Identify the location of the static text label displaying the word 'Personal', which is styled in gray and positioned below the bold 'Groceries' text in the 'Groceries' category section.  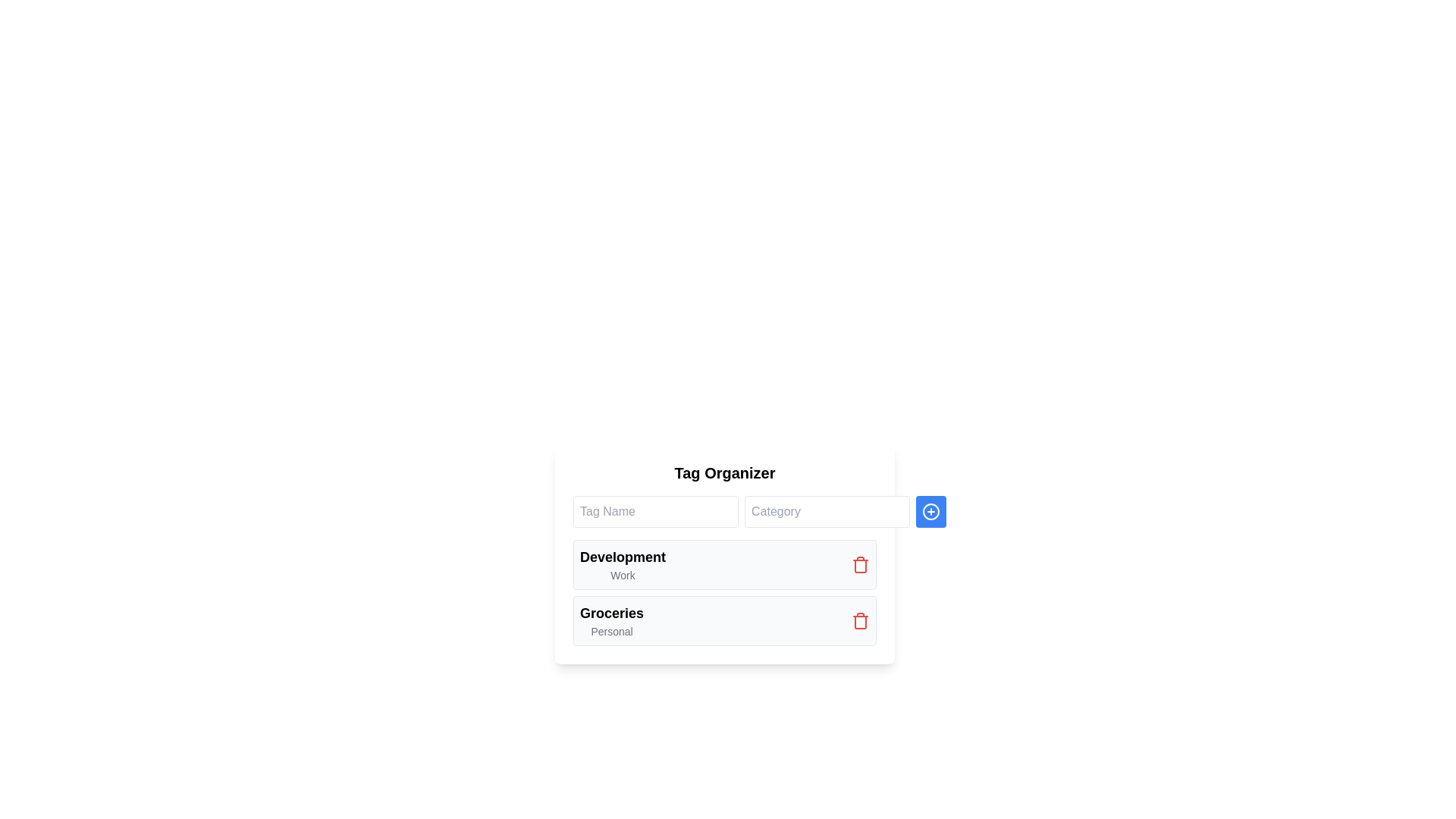
(611, 632).